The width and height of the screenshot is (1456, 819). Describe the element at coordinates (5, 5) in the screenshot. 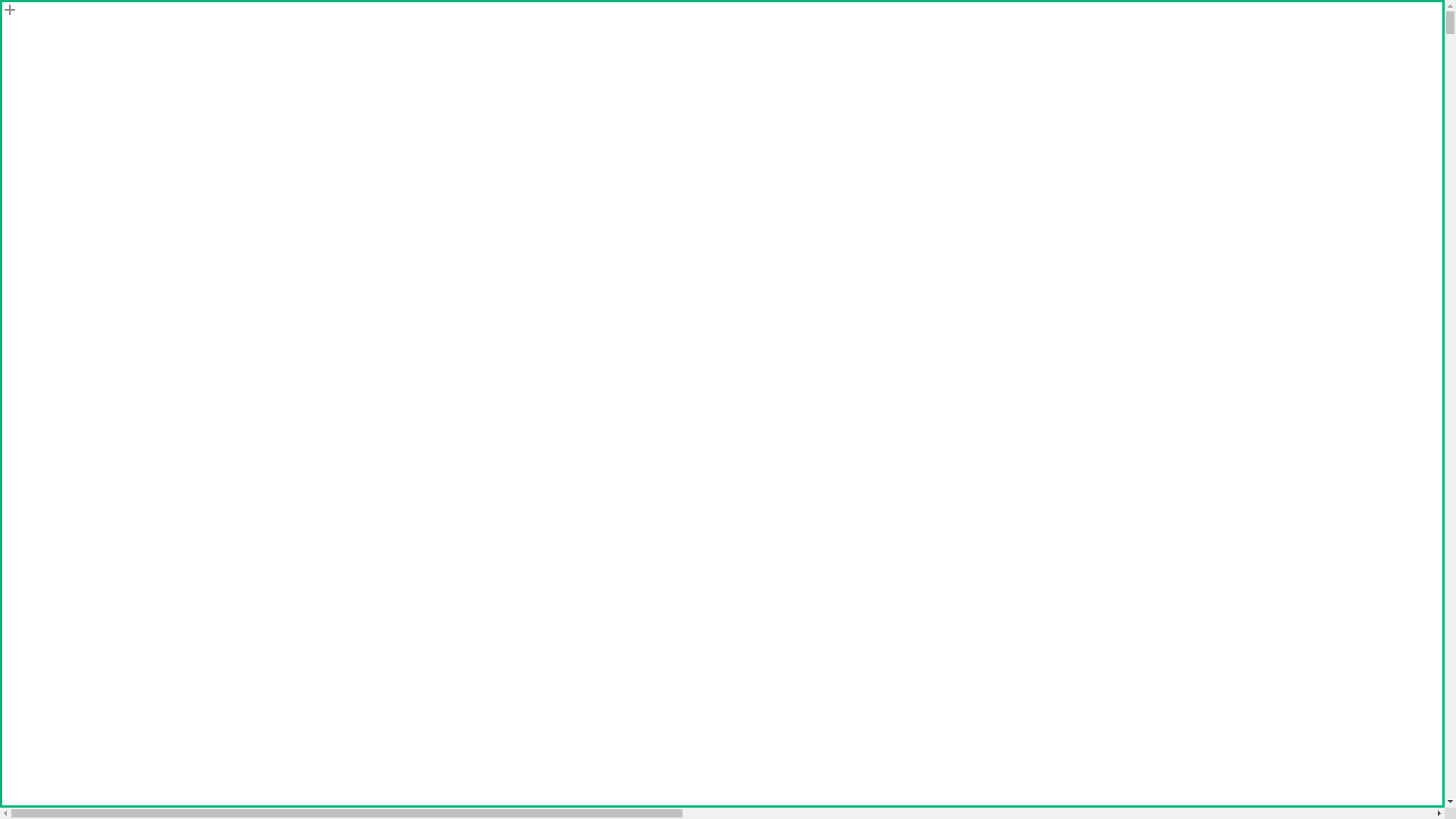

I see `'Skip to main content'` at that location.